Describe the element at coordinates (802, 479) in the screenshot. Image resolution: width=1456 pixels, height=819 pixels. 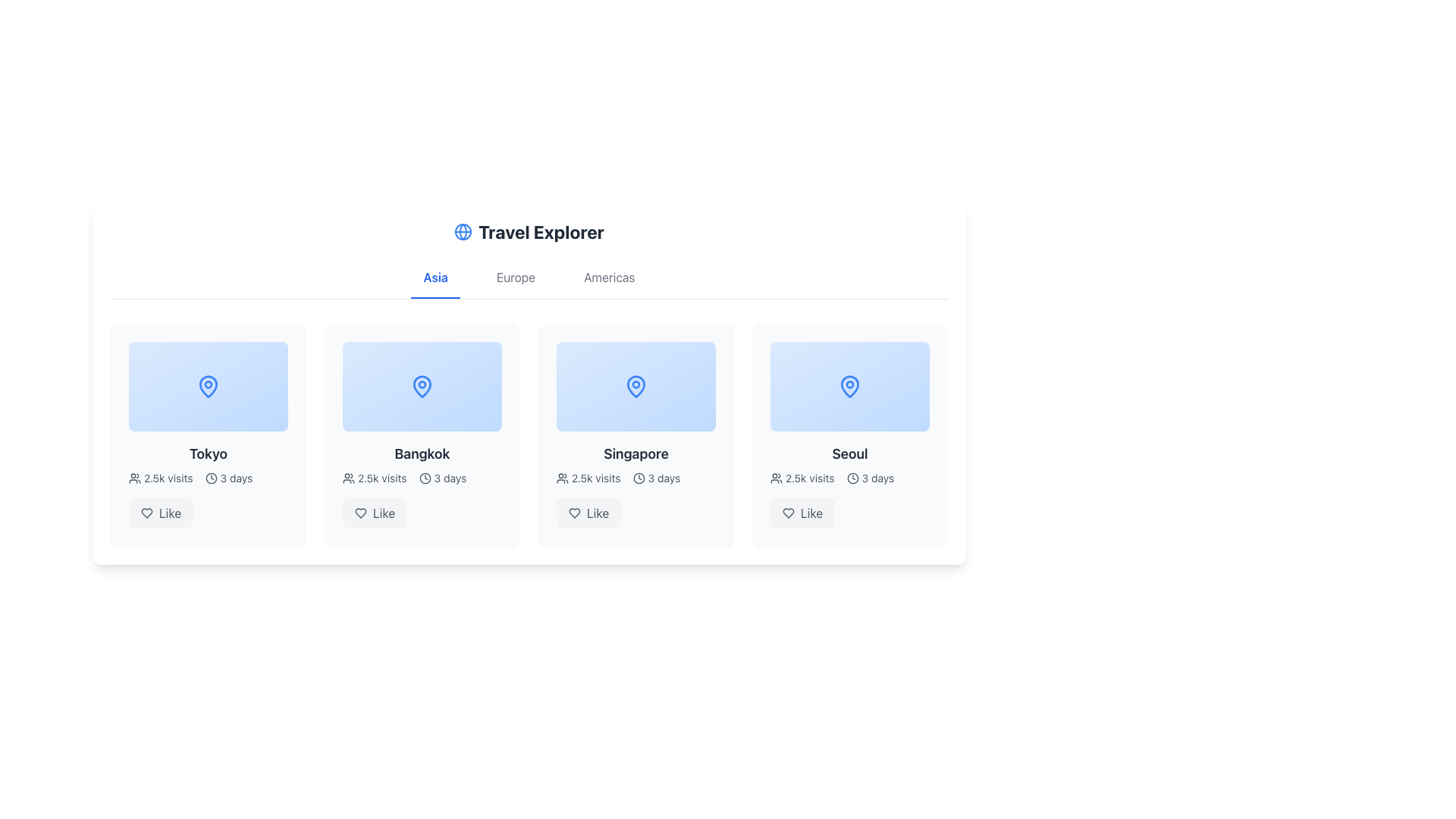
I see `visits information from the text label indicating the number of visits for the location 'Seoul', which is located in the last column of the grid layout below the header image and next to the duration icon` at that location.